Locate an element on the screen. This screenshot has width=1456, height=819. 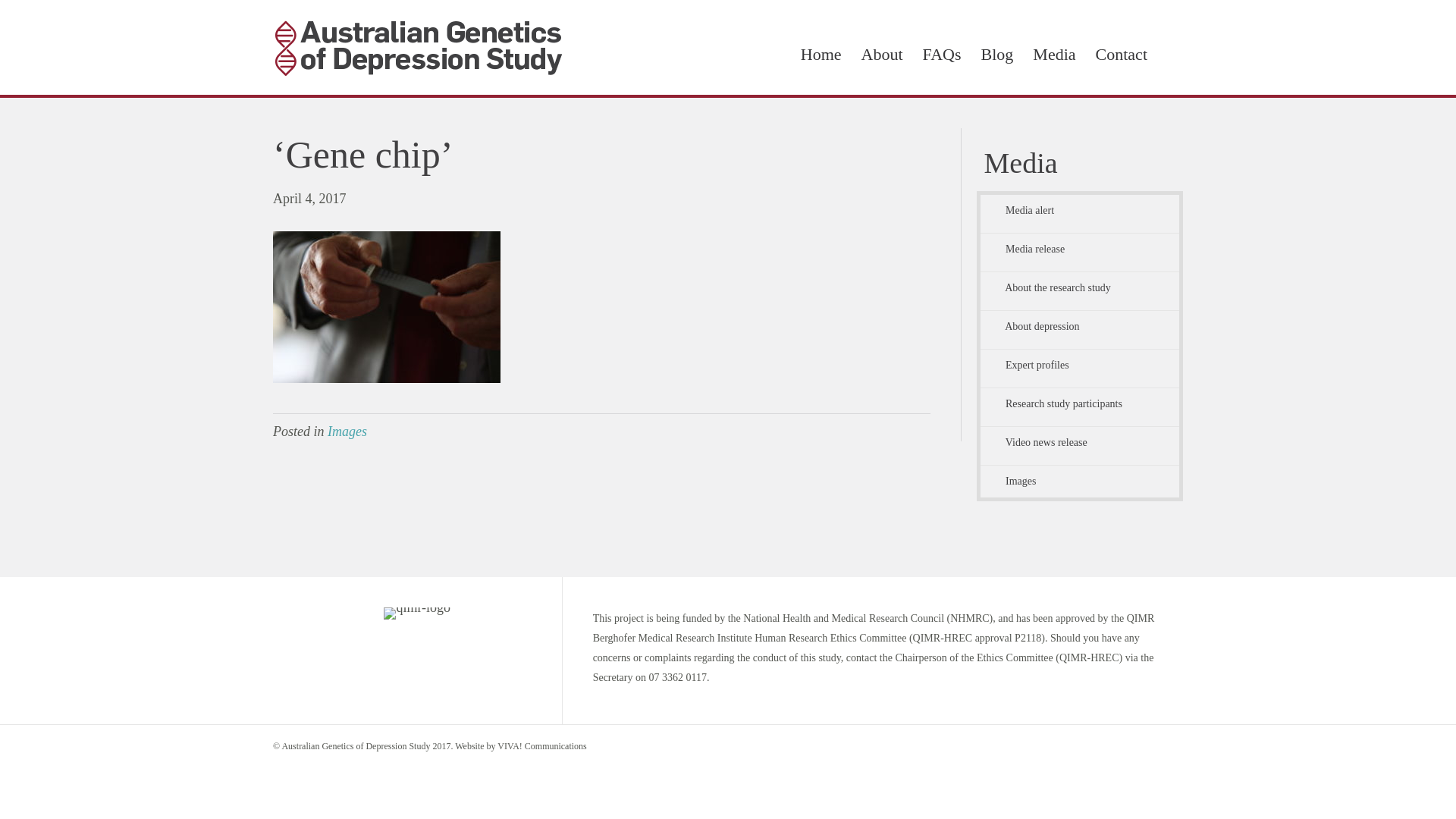
'Home' is located at coordinates (821, 54).